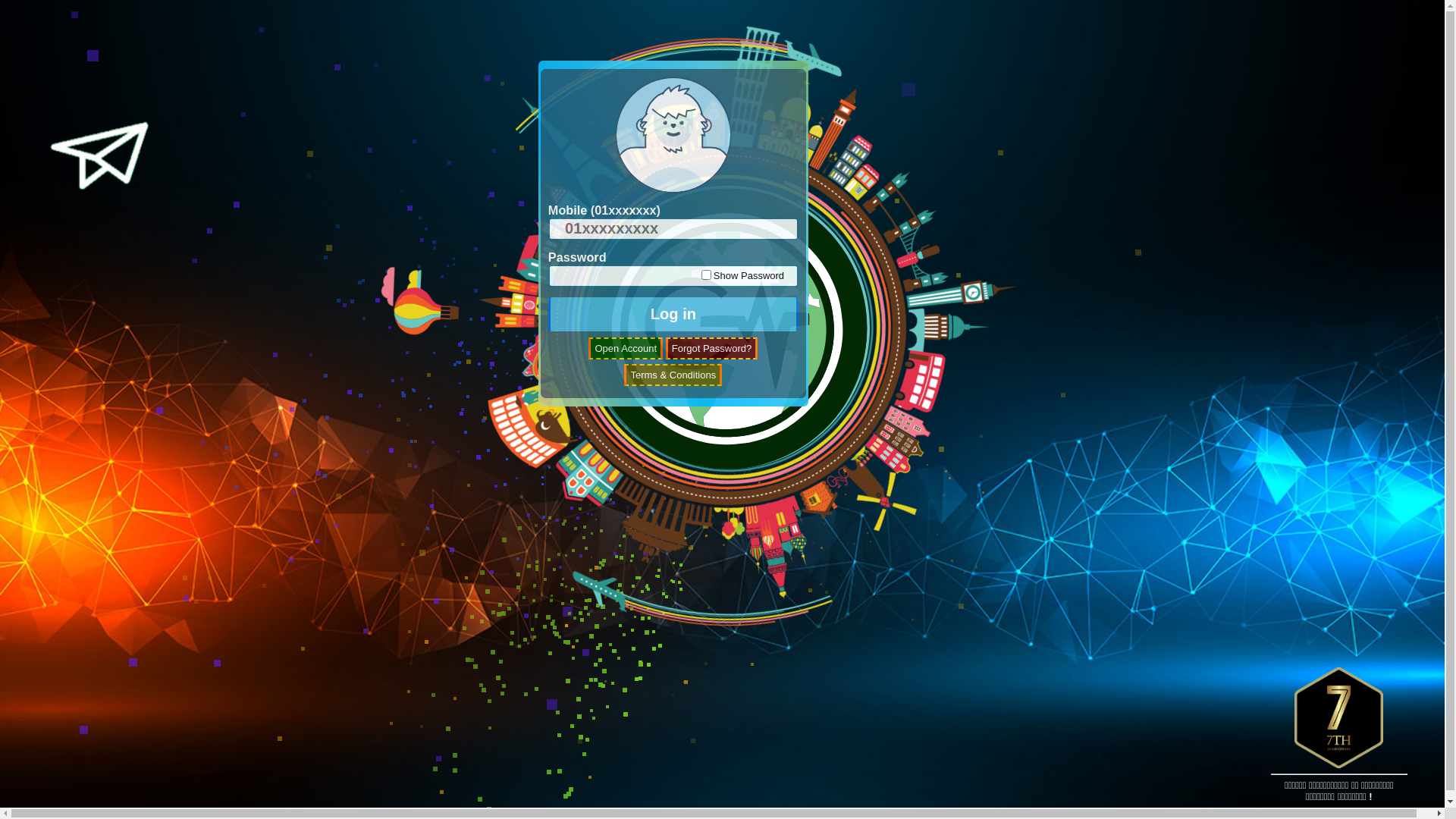 Image resolution: width=1456 pixels, height=819 pixels. I want to click on 'Terms & Conditions', so click(672, 375).